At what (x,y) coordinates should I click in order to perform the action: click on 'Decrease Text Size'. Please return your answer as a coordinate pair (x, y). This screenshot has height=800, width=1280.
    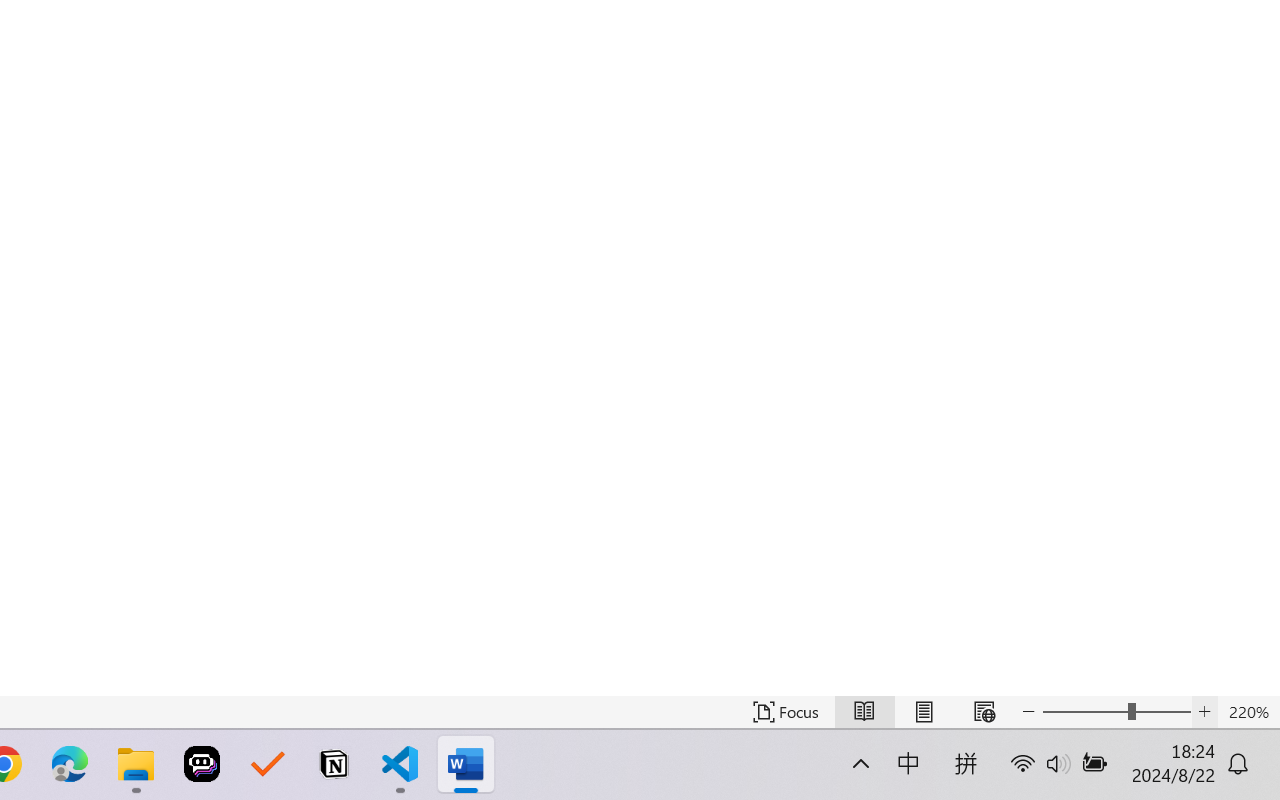
    Looking at the image, I should click on (1029, 711).